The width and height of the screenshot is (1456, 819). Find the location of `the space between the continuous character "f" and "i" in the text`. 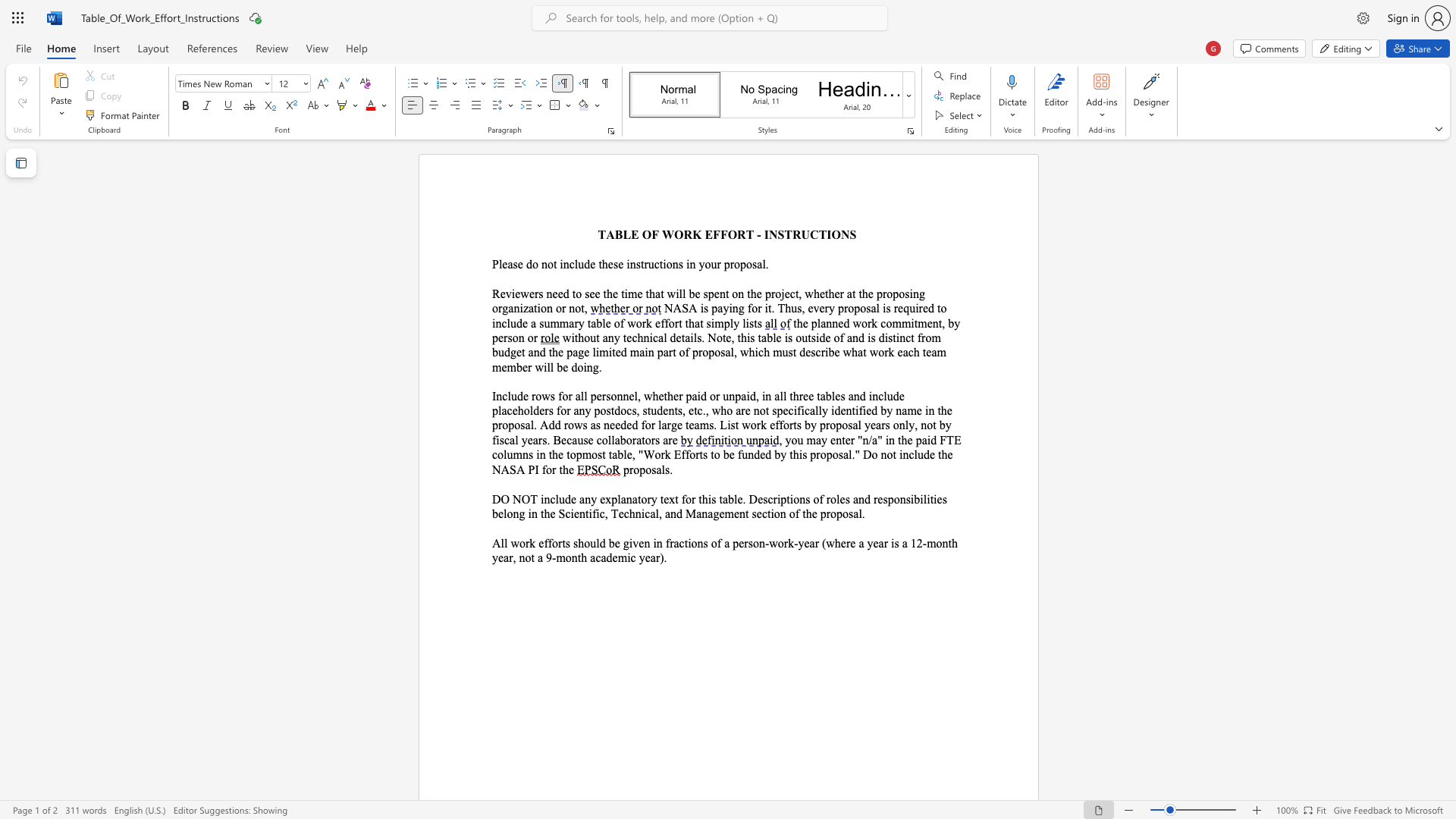

the space between the continuous character "f" and "i" in the text is located at coordinates (862, 410).